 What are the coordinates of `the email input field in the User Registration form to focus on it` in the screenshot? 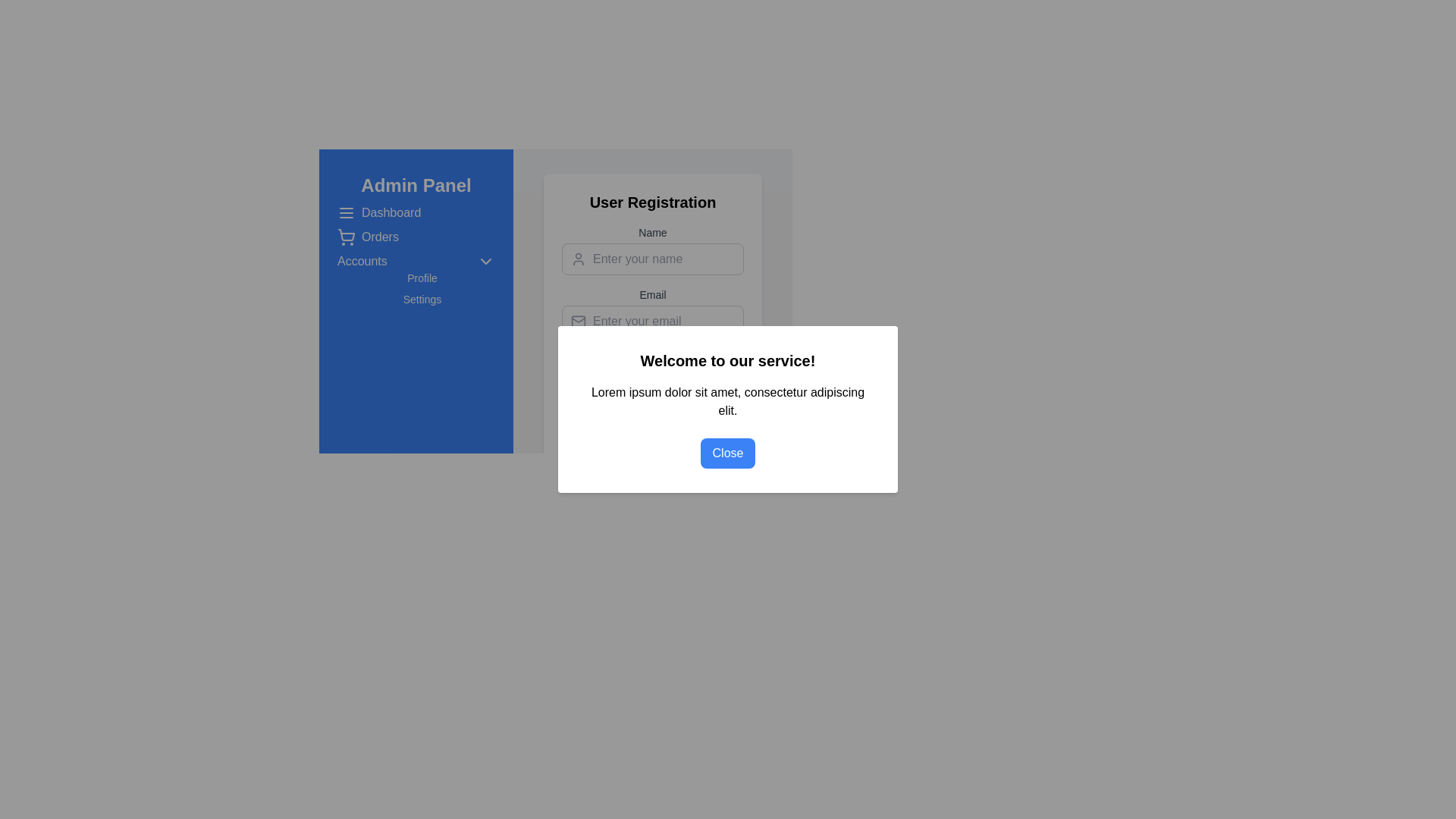 It's located at (652, 321).